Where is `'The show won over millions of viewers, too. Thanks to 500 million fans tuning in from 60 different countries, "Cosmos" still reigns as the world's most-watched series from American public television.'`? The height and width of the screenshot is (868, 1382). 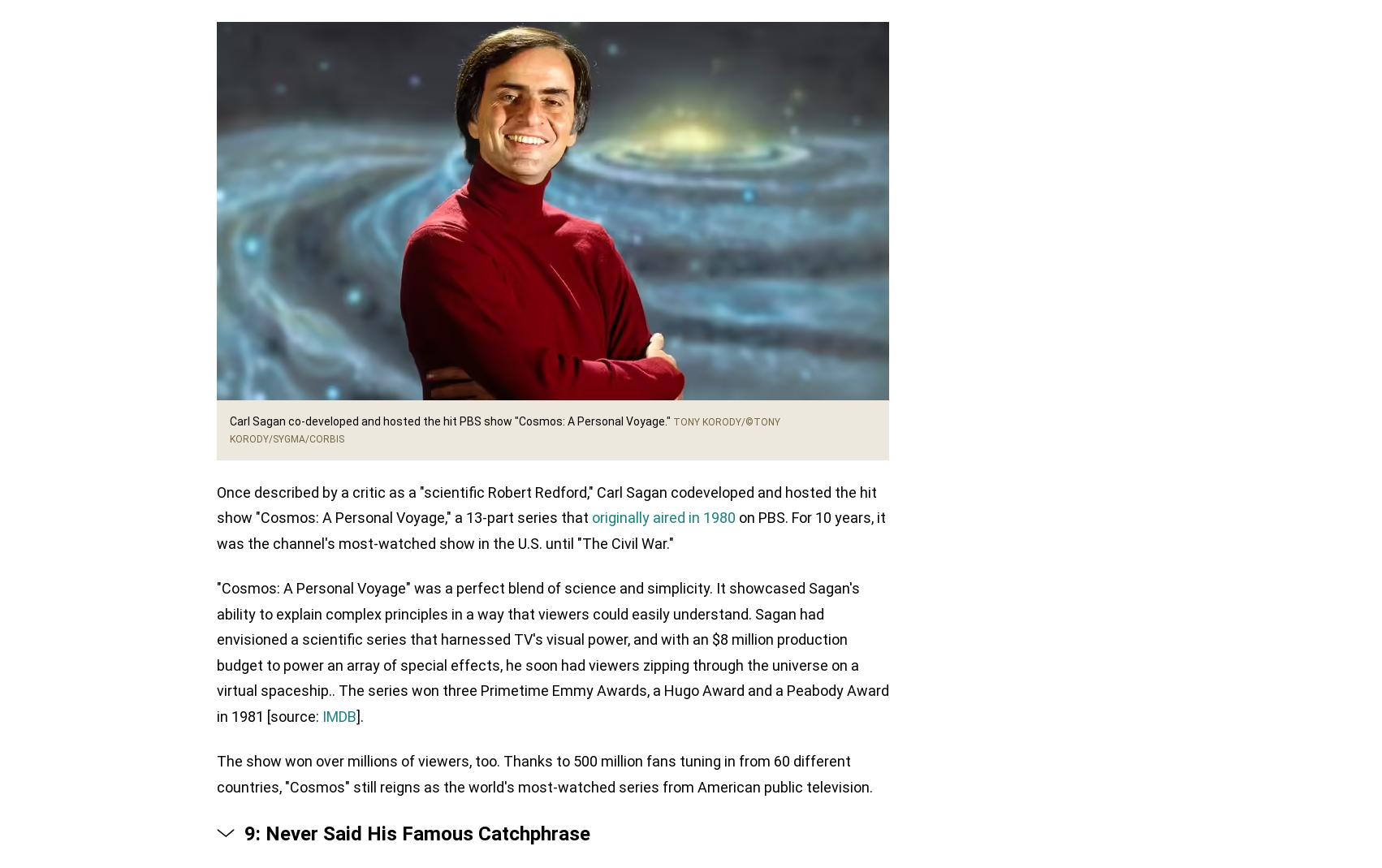 'The show won over millions of viewers, too. Thanks to 500 million fans tuning in from 60 different countries, "Cosmos" still reigns as the world's most-watched series from American public television.' is located at coordinates (544, 773).